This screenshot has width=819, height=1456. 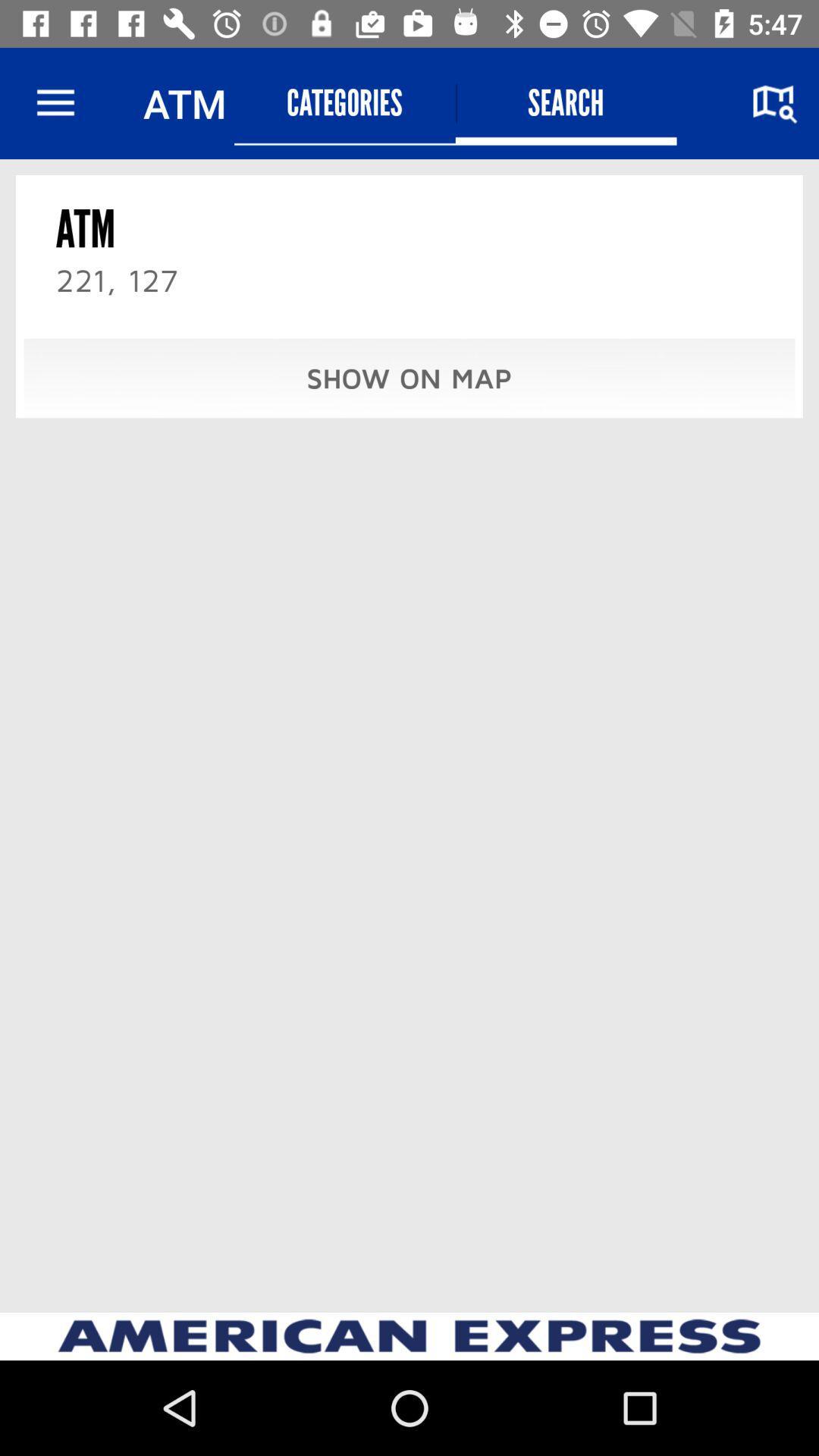 I want to click on the search item, so click(x=566, y=102).